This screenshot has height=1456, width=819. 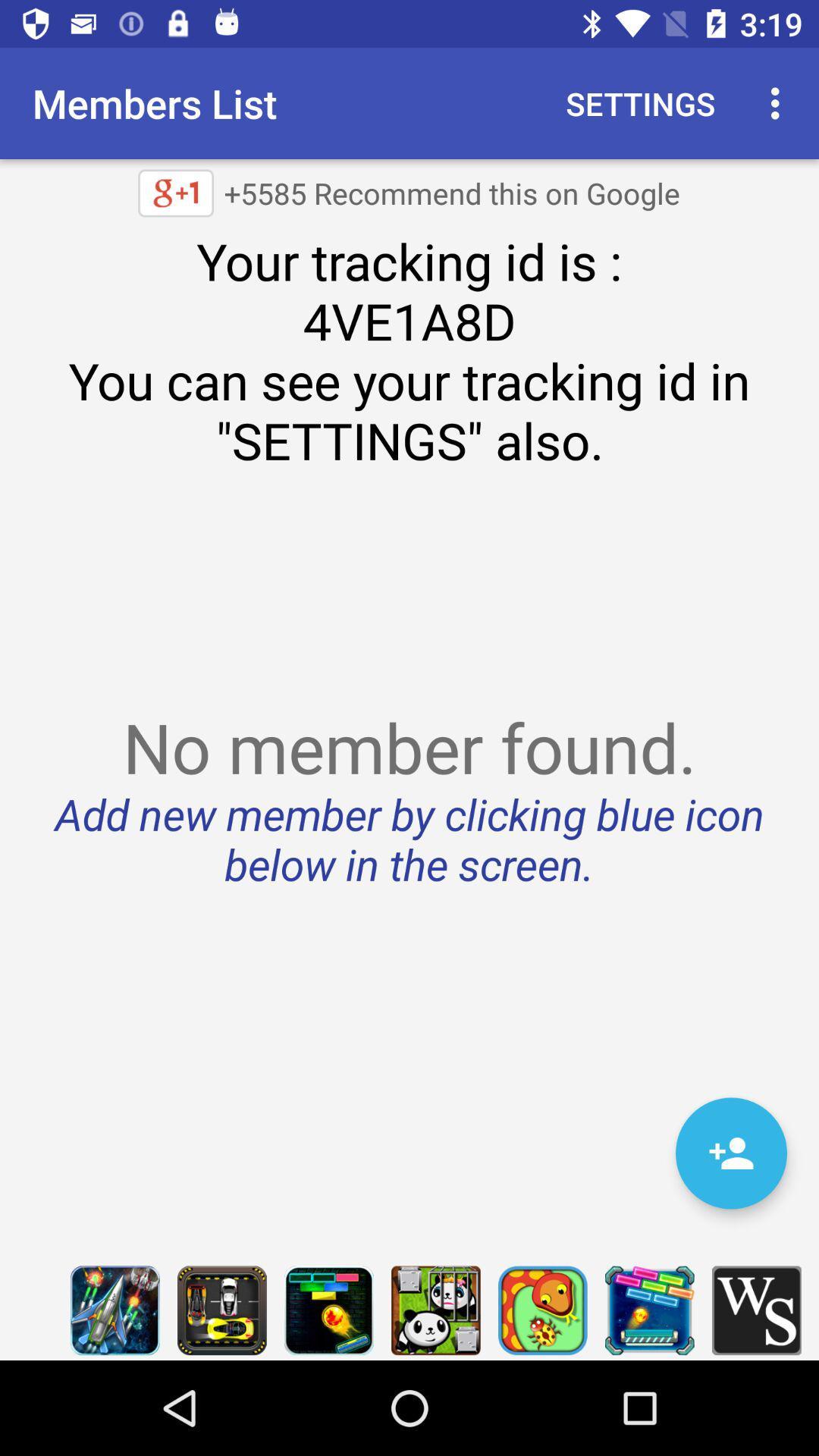 I want to click on the follow icon, so click(x=730, y=1153).